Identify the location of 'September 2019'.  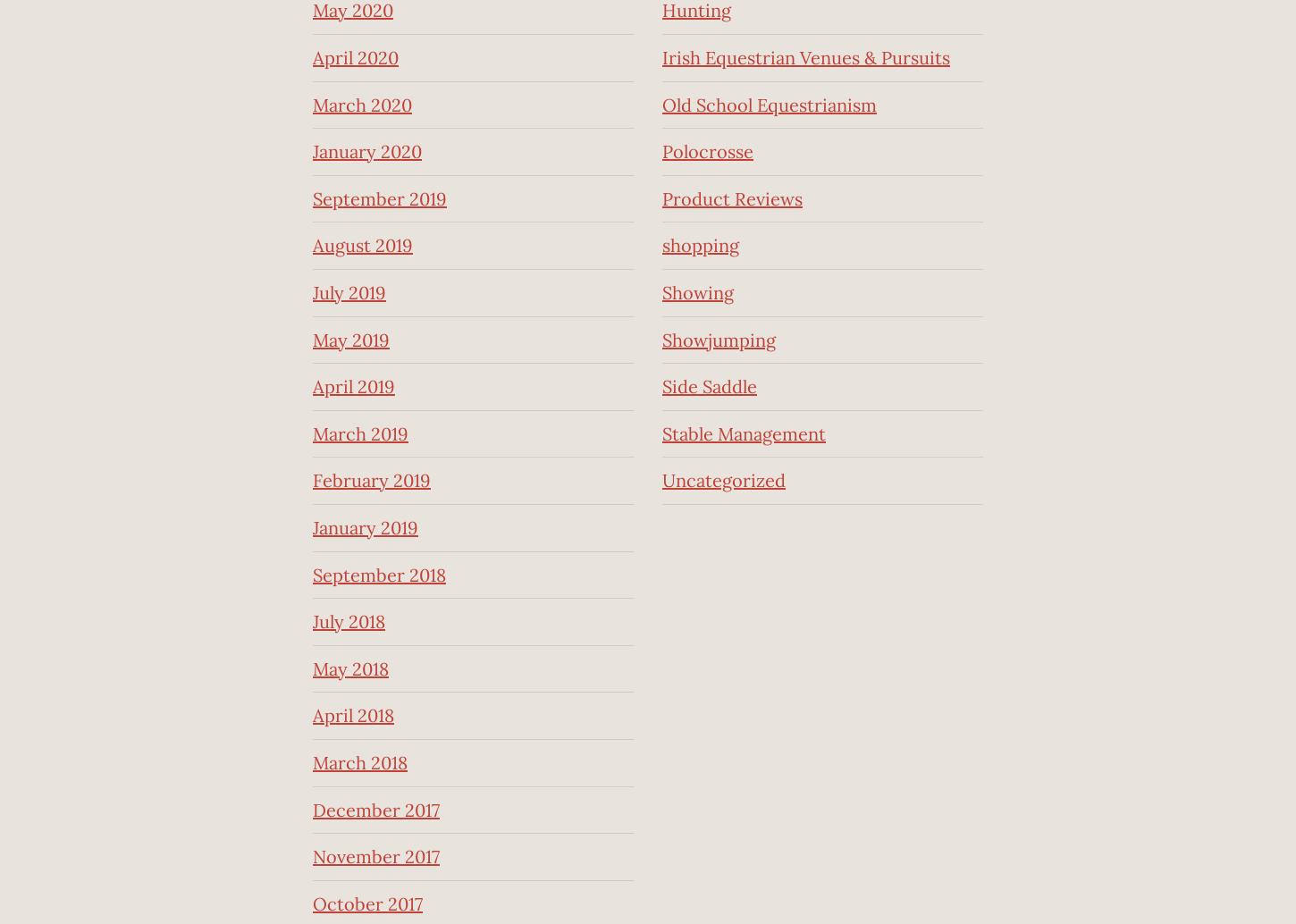
(378, 197).